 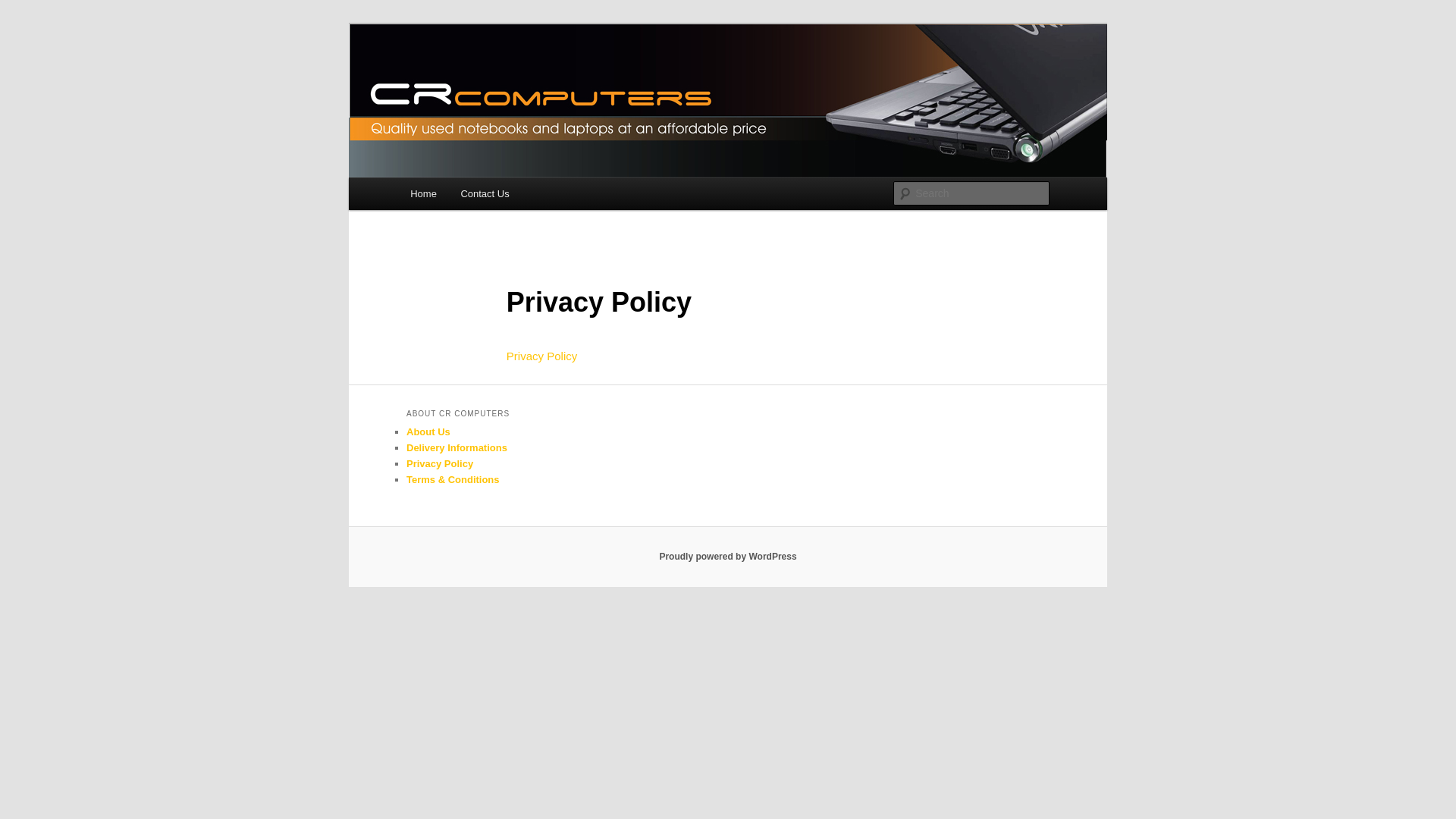 What do you see at coordinates (422, 193) in the screenshot?
I see `'Home'` at bounding box center [422, 193].